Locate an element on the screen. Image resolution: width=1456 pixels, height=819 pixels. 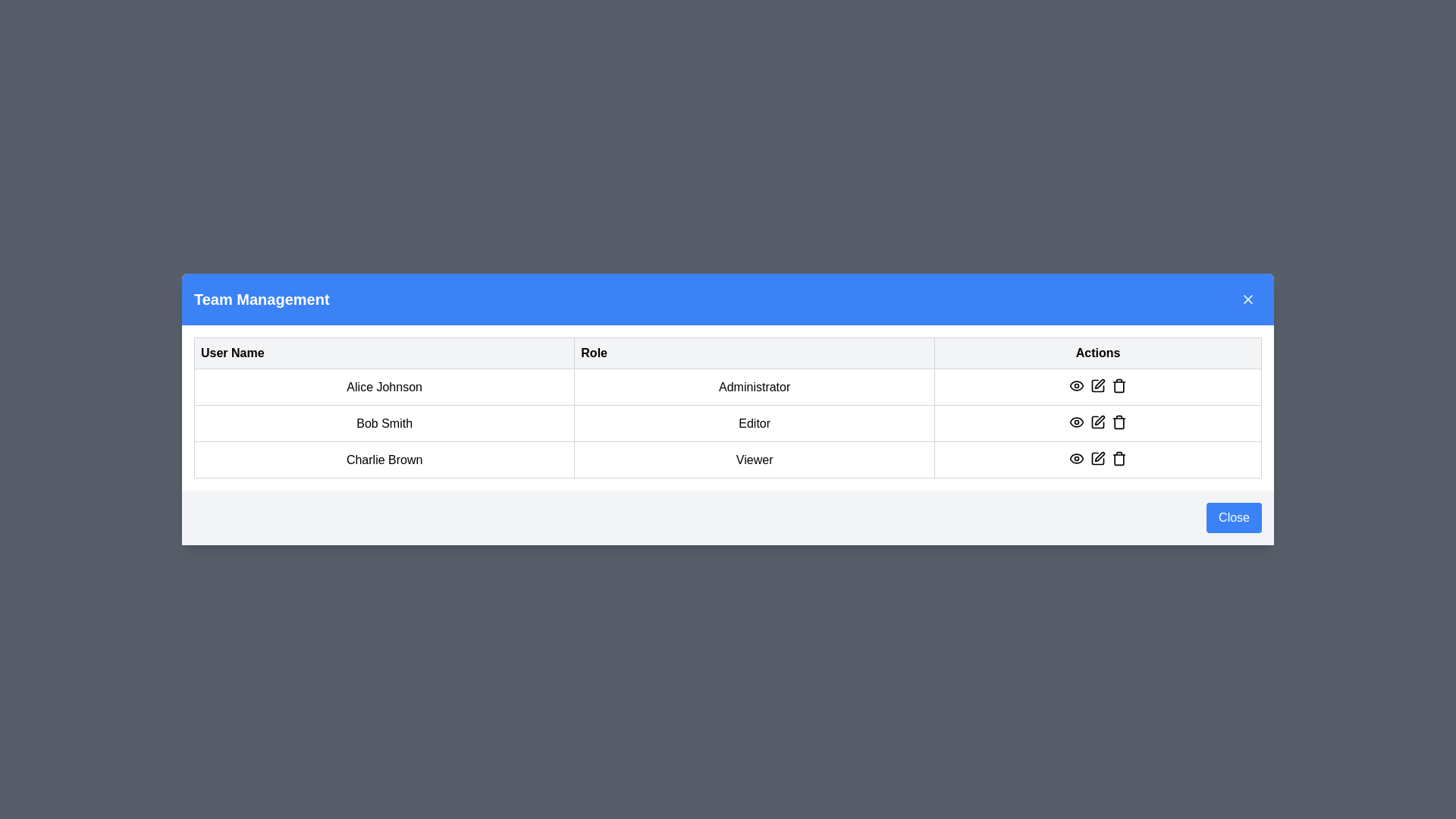
the pencil icon in the Actions column for user Alice Johnson to initiate editing is located at coordinates (1098, 385).